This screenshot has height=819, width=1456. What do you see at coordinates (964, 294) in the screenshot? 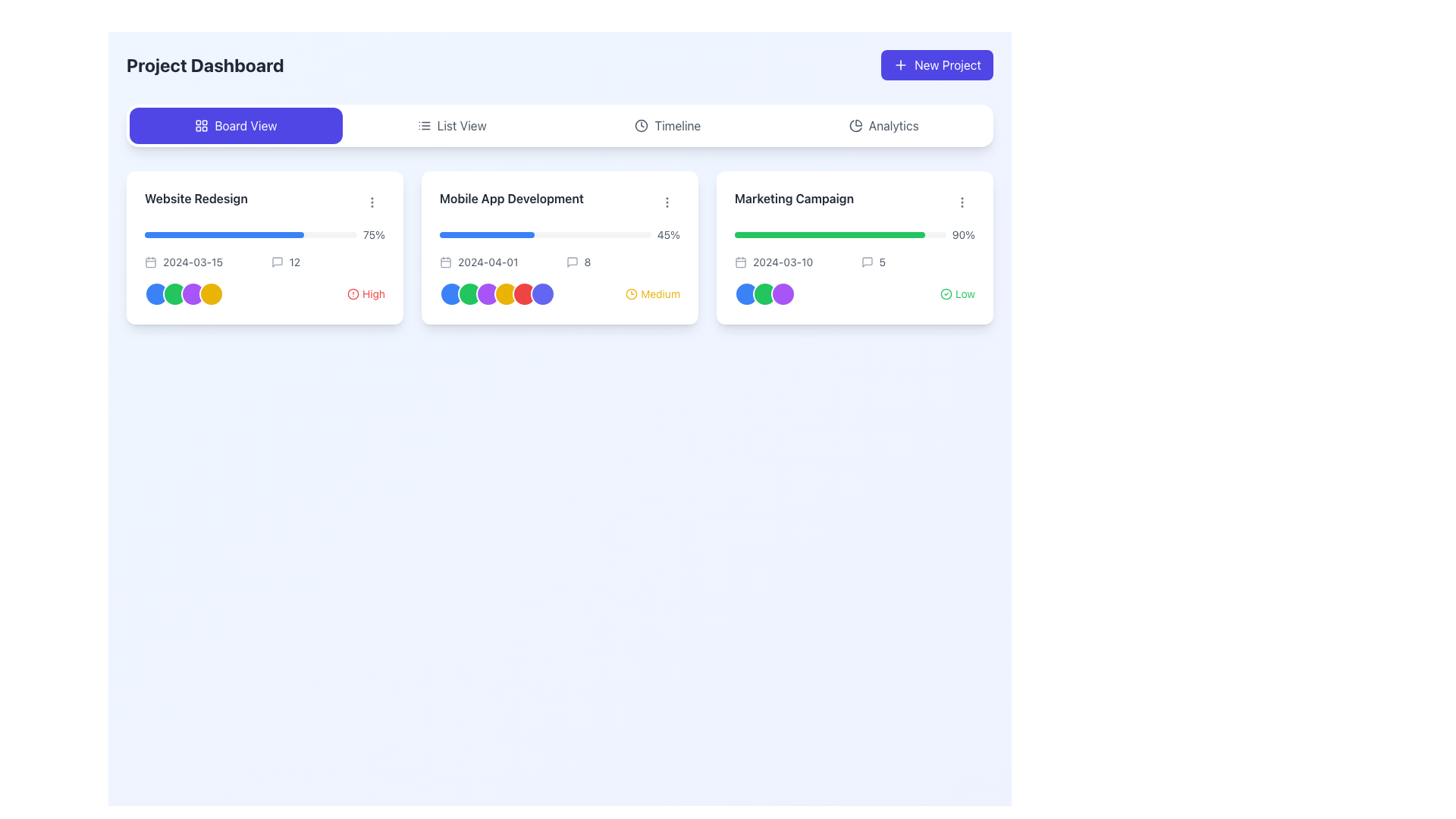
I see `the 'Low' text label element, which is styled in a small font with a green color and indicates a status or category in the interface` at bounding box center [964, 294].